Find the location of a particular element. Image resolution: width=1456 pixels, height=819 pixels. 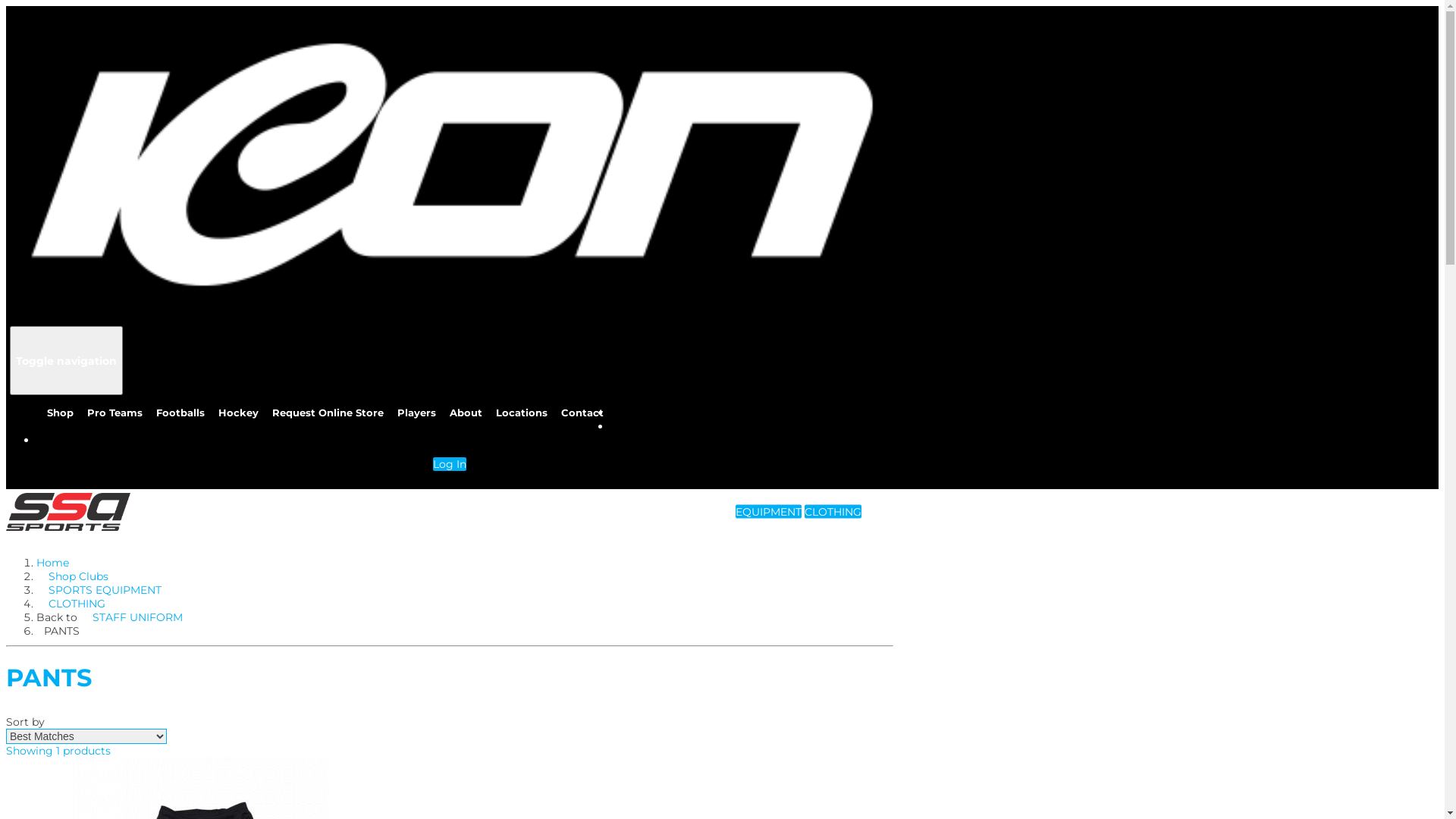

'About' is located at coordinates (465, 414).